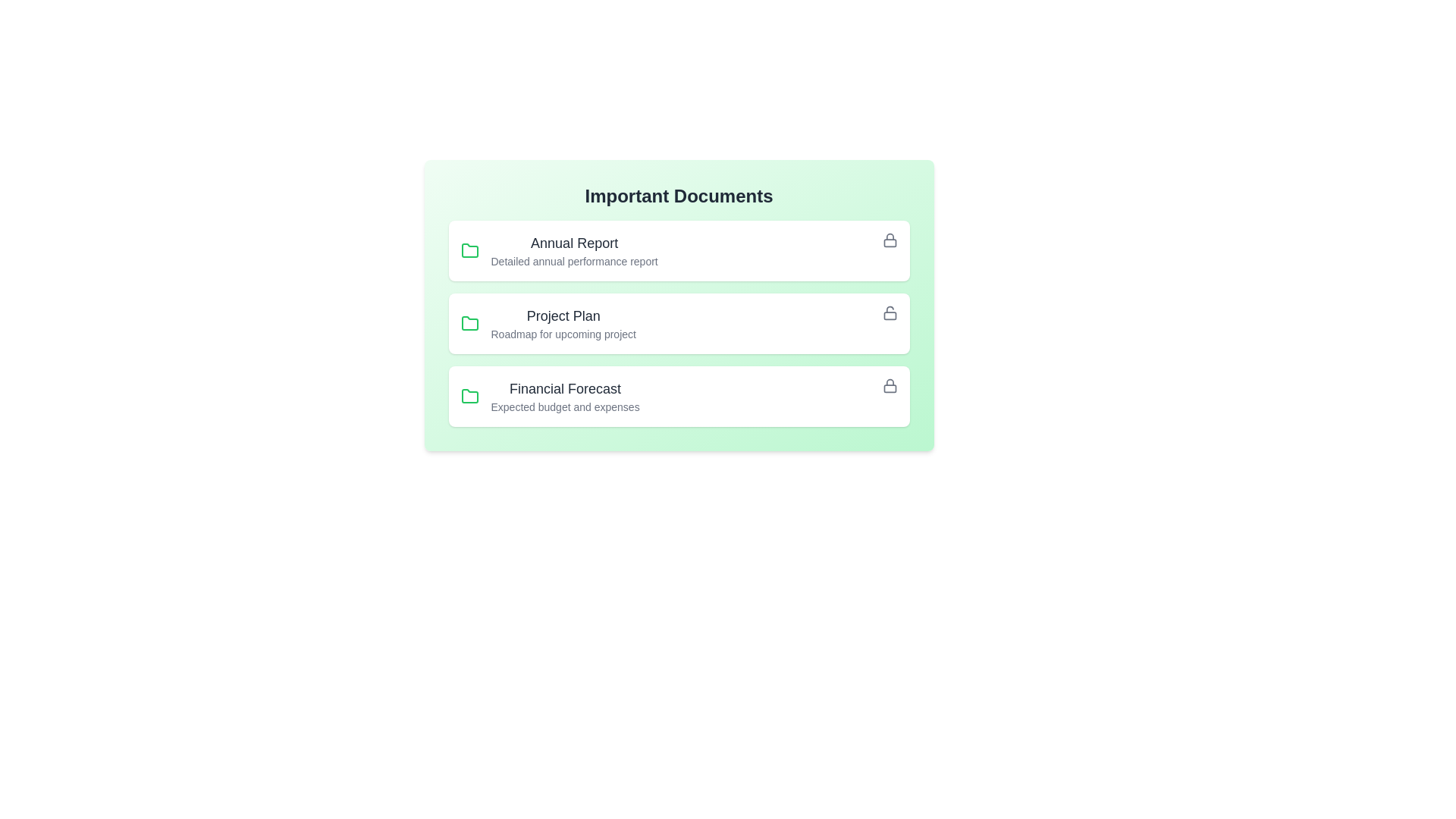 The height and width of the screenshot is (819, 1456). Describe the element at coordinates (469, 250) in the screenshot. I see `the folder icon corresponding to the document titled Annual Report` at that location.